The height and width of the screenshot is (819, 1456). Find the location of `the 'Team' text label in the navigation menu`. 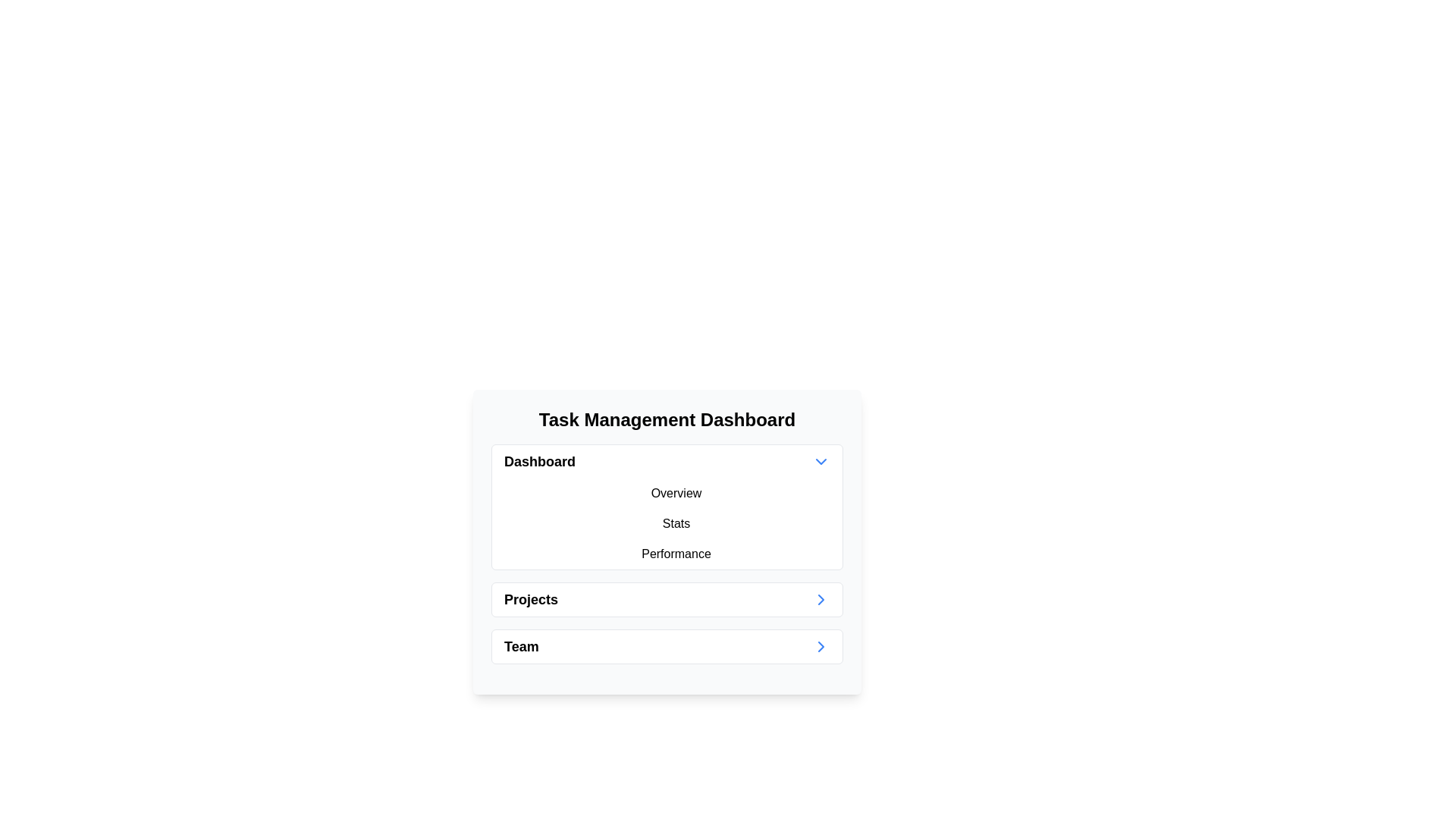

the 'Team' text label in the navigation menu is located at coordinates (521, 646).